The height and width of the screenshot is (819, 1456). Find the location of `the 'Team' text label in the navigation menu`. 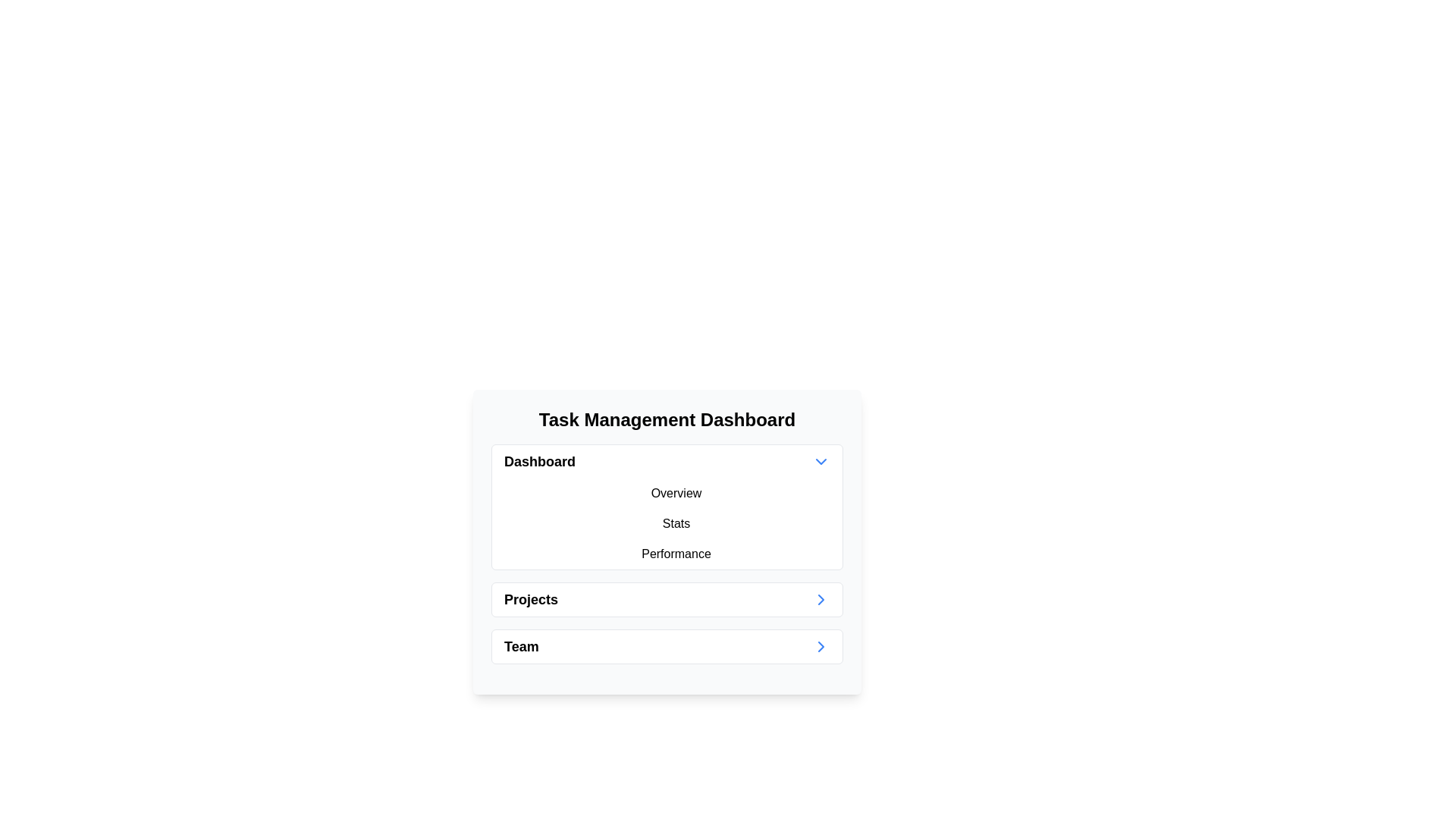

the 'Team' text label in the navigation menu is located at coordinates (521, 646).